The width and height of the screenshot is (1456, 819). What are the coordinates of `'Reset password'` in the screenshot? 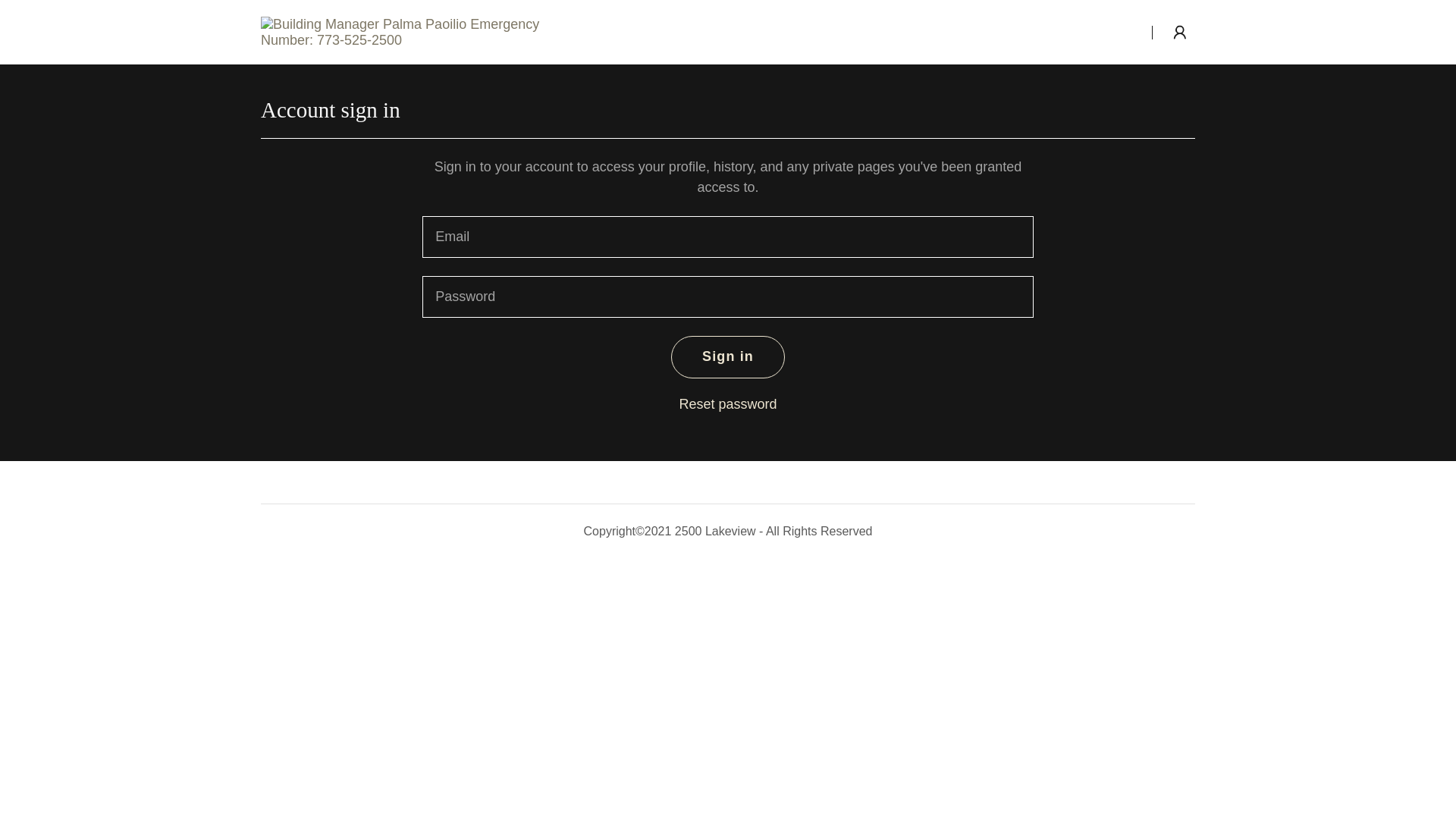 It's located at (726, 403).